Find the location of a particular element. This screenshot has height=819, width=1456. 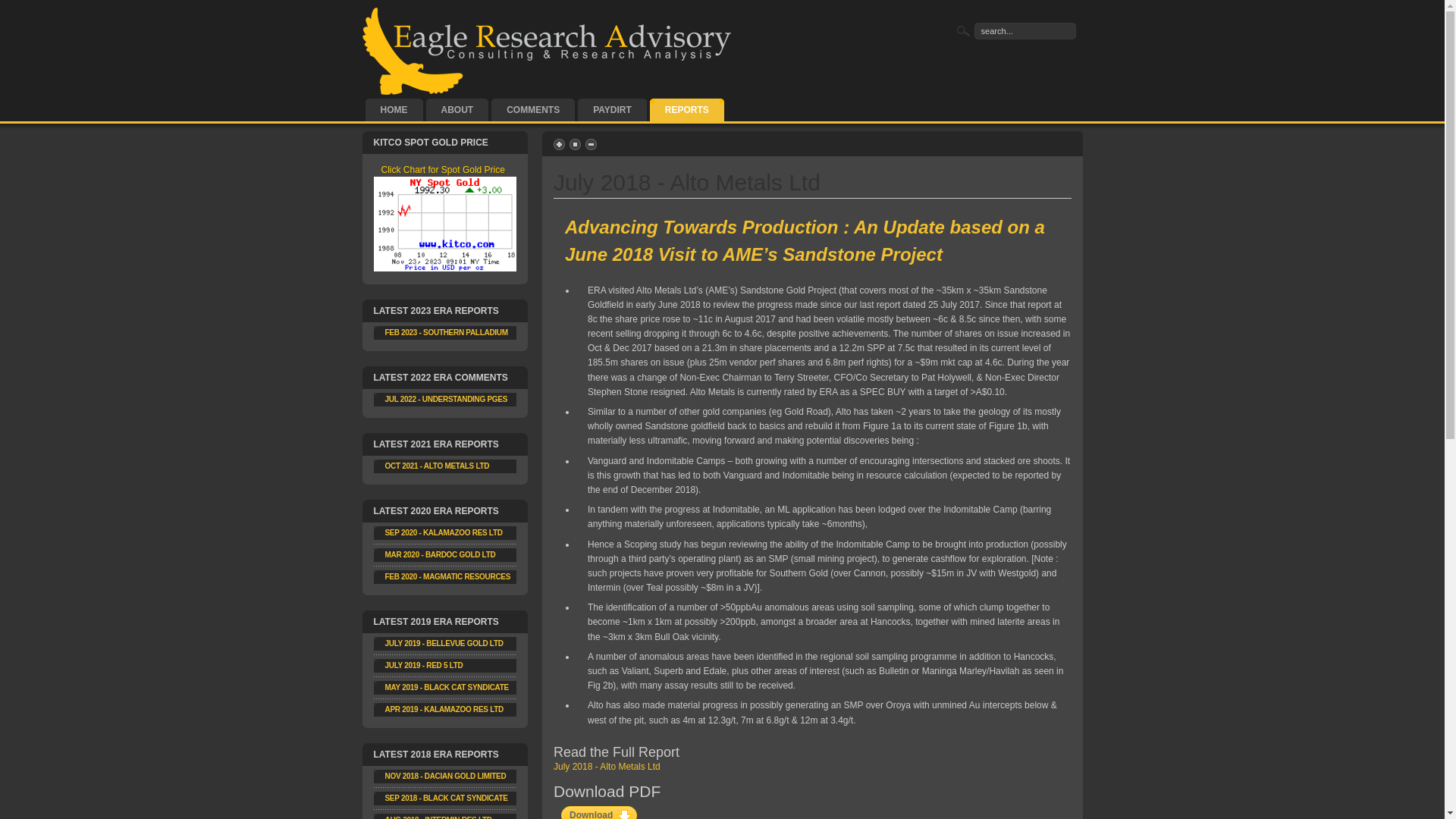

'HOME' is located at coordinates (394, 109).